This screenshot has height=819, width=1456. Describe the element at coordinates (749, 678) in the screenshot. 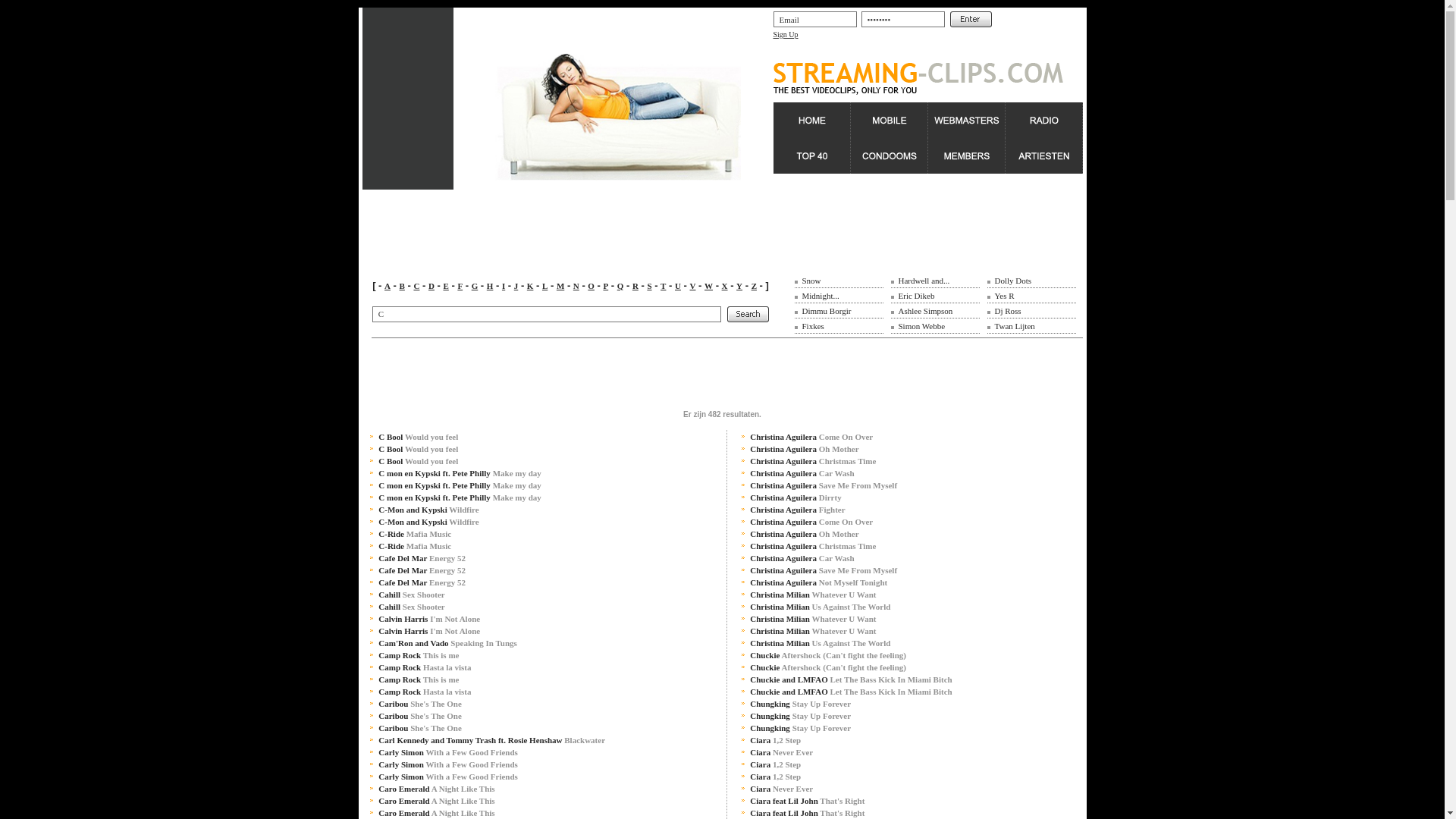

I see `'Chuckie and LMFAO Let The Bass Kick In Miami Bitch'` at that location.